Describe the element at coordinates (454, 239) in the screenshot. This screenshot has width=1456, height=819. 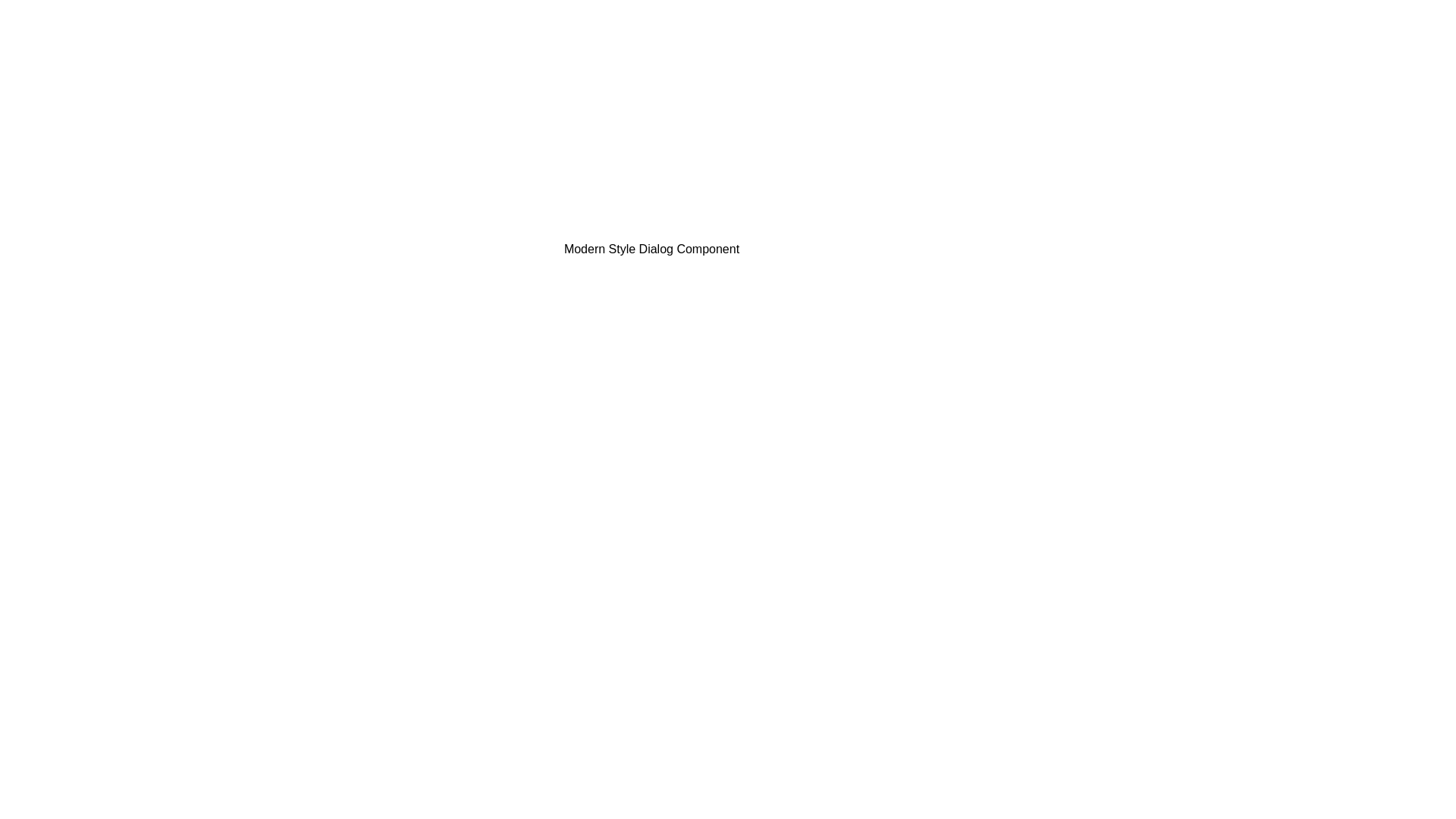
I see `the word Style in the text 'Modern Style Dialog Component'` at that location.